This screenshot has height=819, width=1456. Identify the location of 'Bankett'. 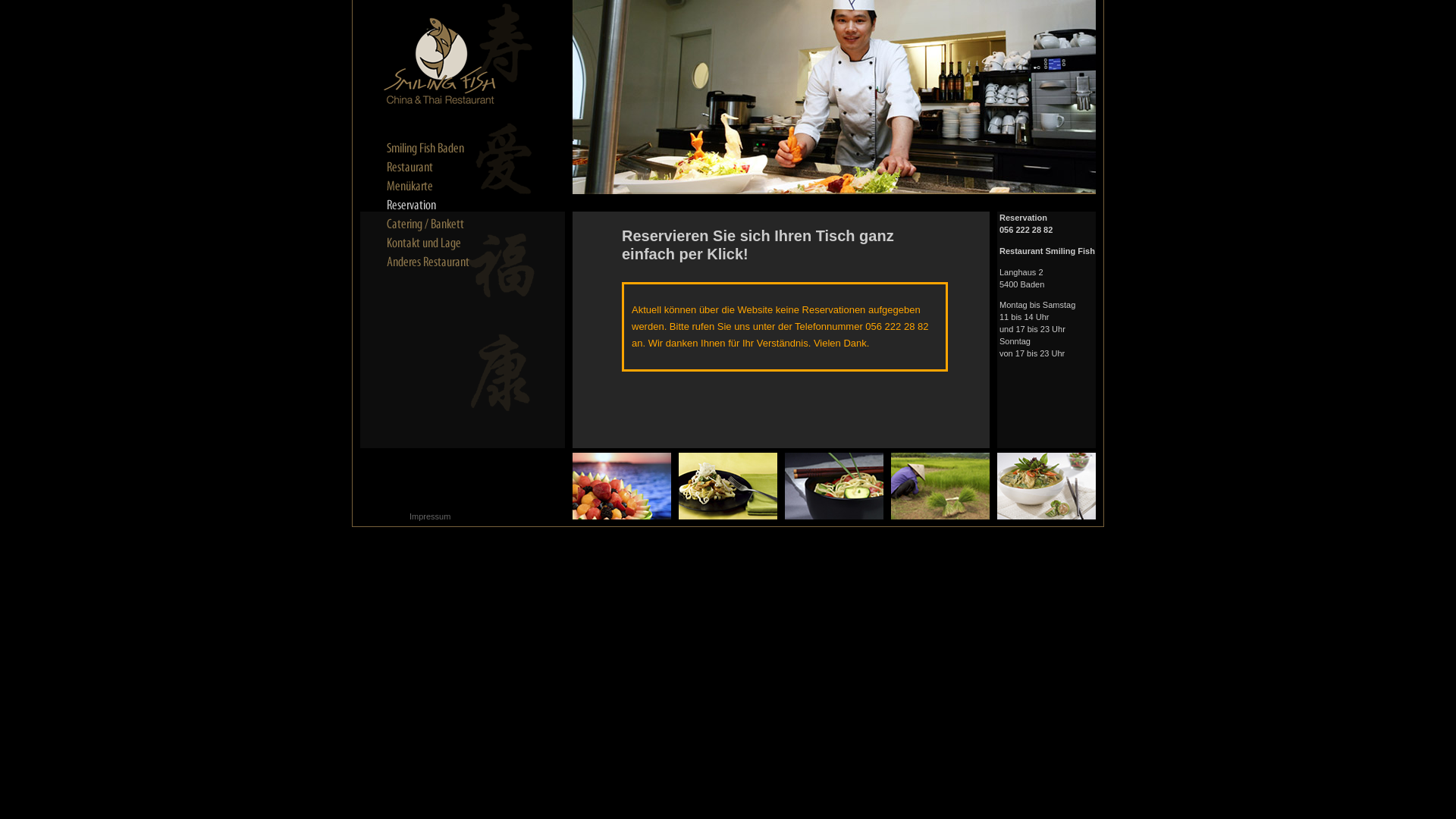
(439, 224).